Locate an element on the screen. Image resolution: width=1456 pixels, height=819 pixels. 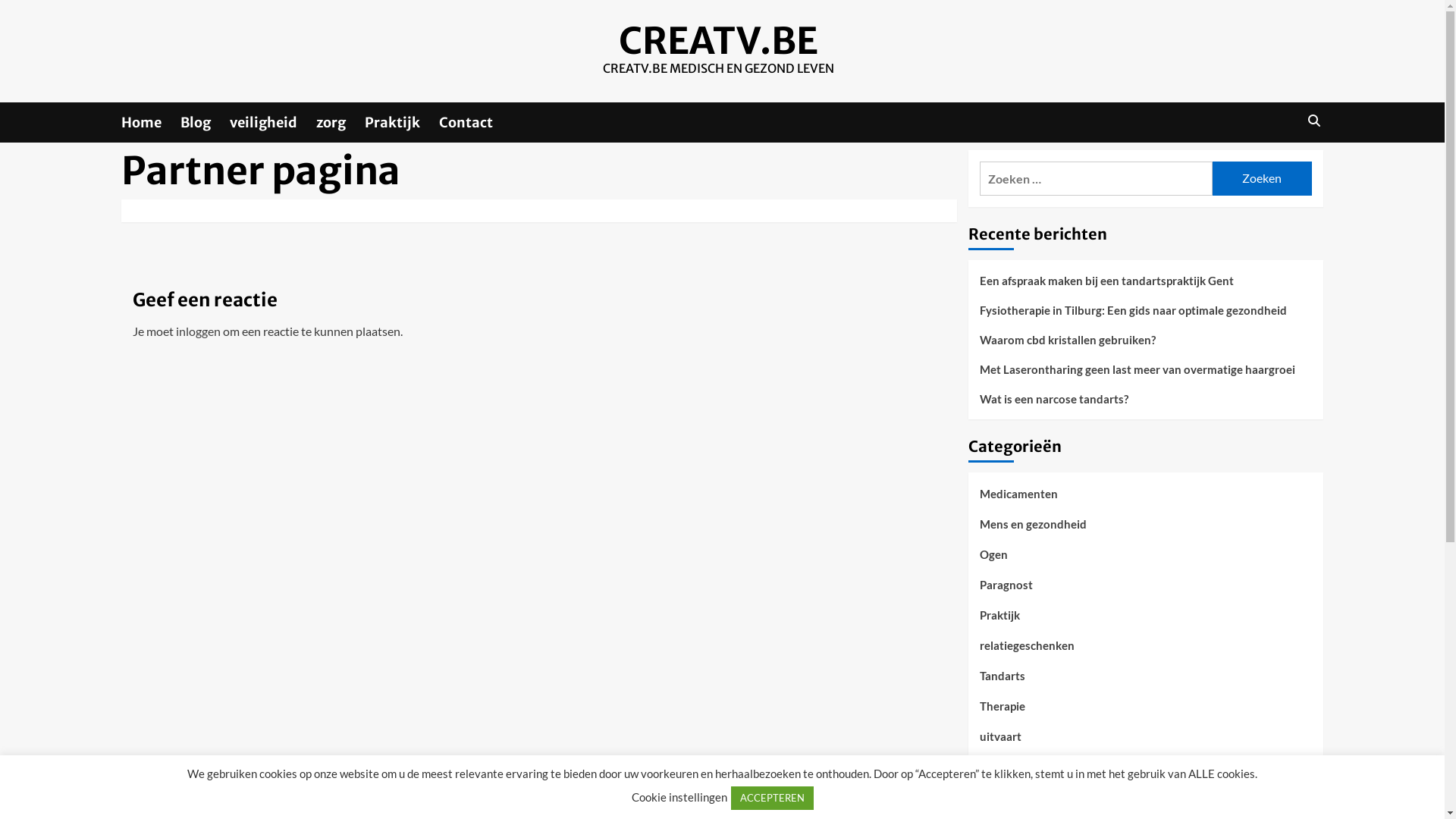
'Mens en gezondheid' is located at coordinates (1032, 529).